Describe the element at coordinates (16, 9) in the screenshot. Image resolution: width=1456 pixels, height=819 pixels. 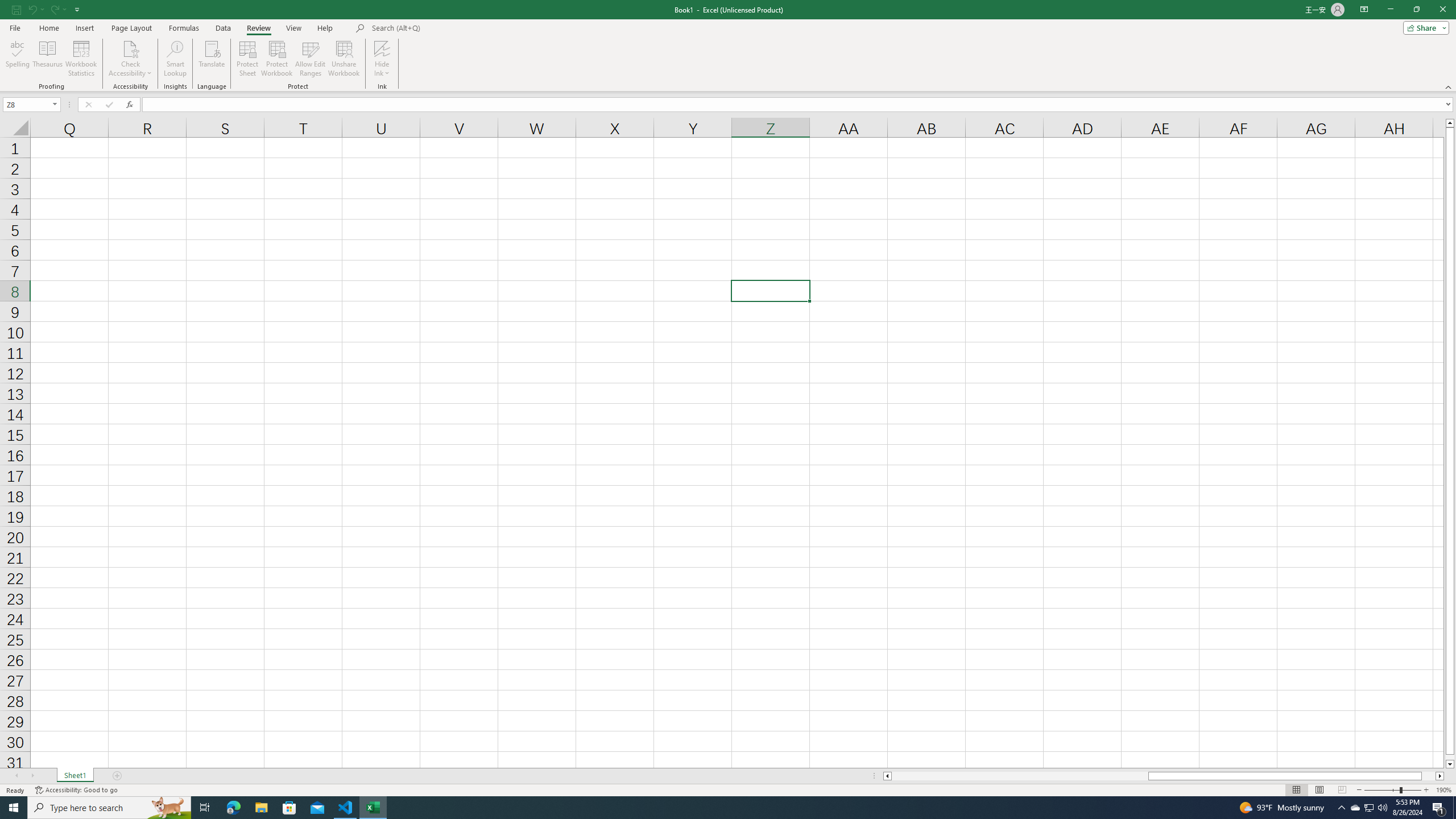
I see `'Save'` at that location.